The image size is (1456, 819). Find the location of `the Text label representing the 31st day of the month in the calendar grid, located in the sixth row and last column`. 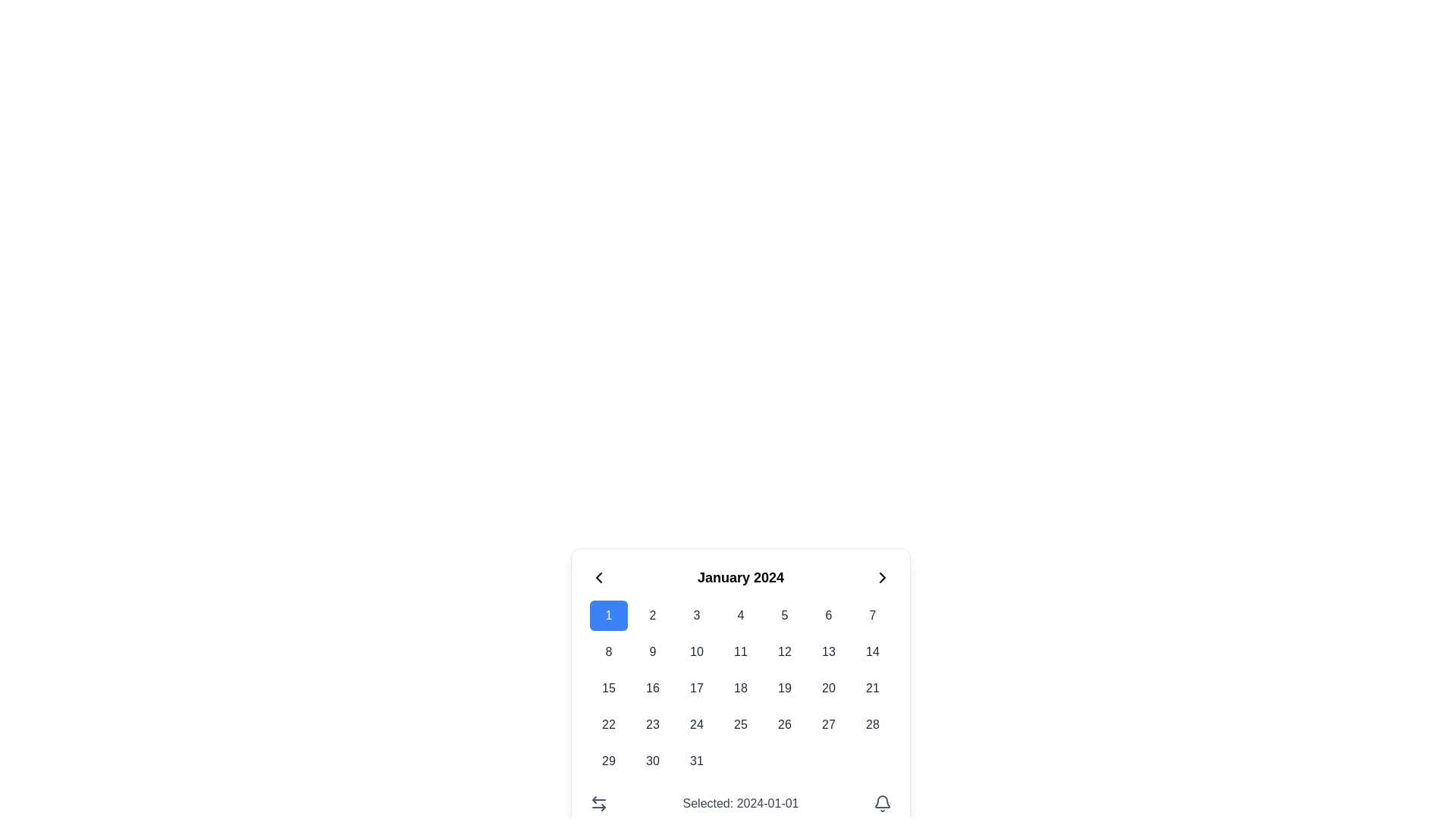

the Text label representing the 31st day of the month in the calendar grid, located in the sixth row and last column is located at coordinates (695, 761).